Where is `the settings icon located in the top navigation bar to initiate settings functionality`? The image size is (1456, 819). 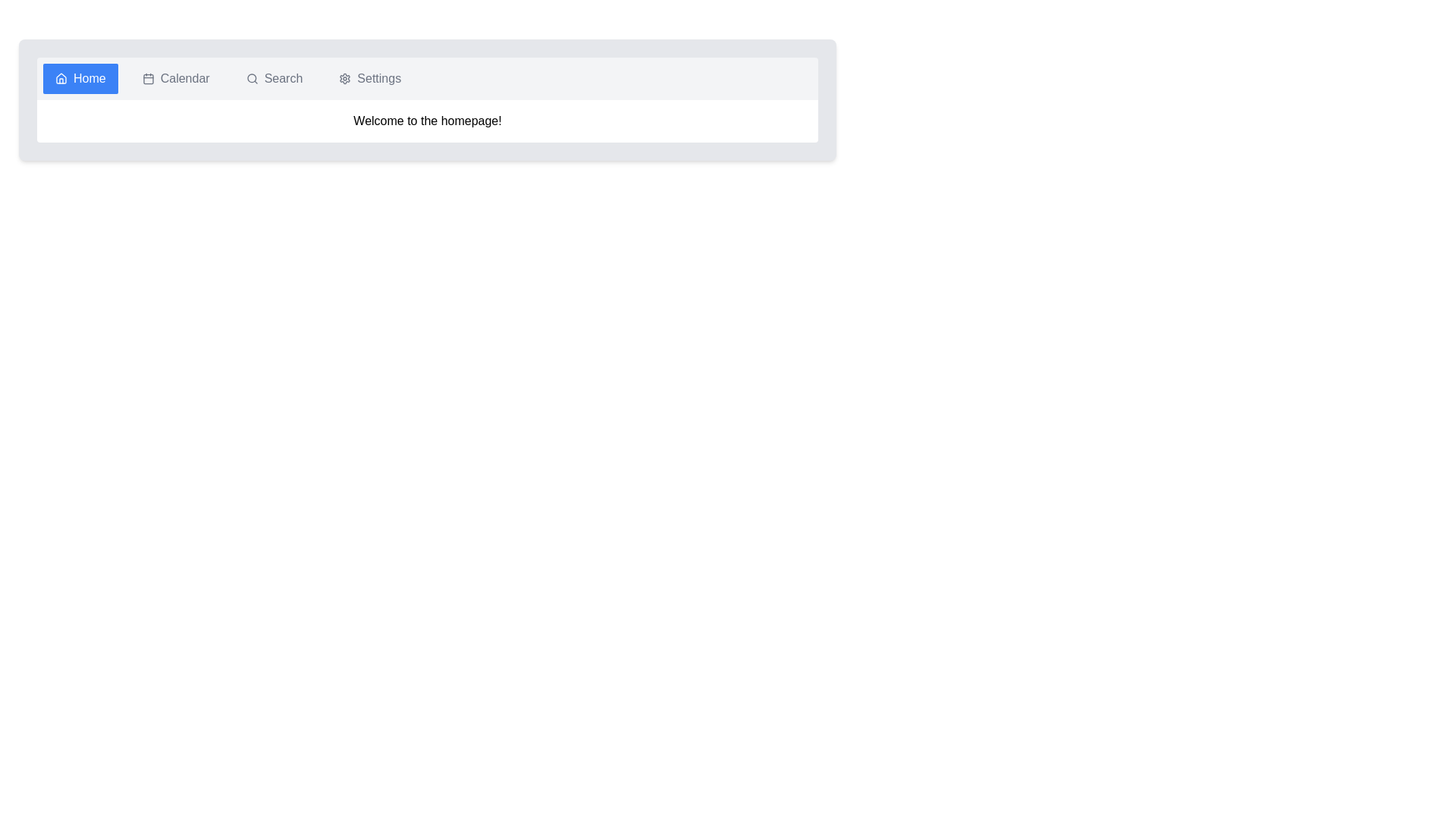
the settings icon located in the top navigation bar to initiate settings functionality is located at coordinates (344, 79).